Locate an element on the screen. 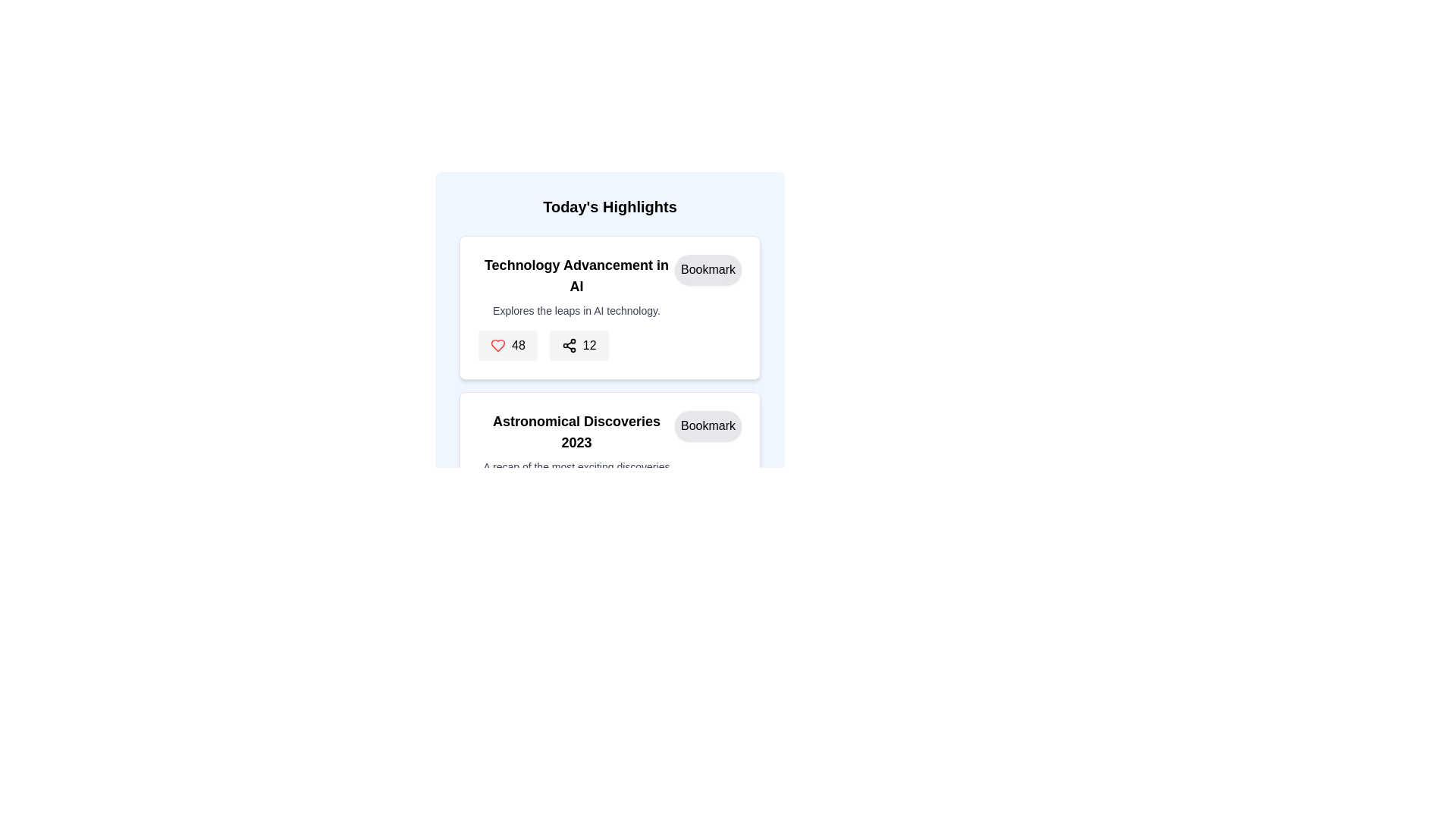 The image size is (1456, 819). the compact rectangular button with a light gray background and a share icon followed by the number '12' is located at coordinates (578, 345).